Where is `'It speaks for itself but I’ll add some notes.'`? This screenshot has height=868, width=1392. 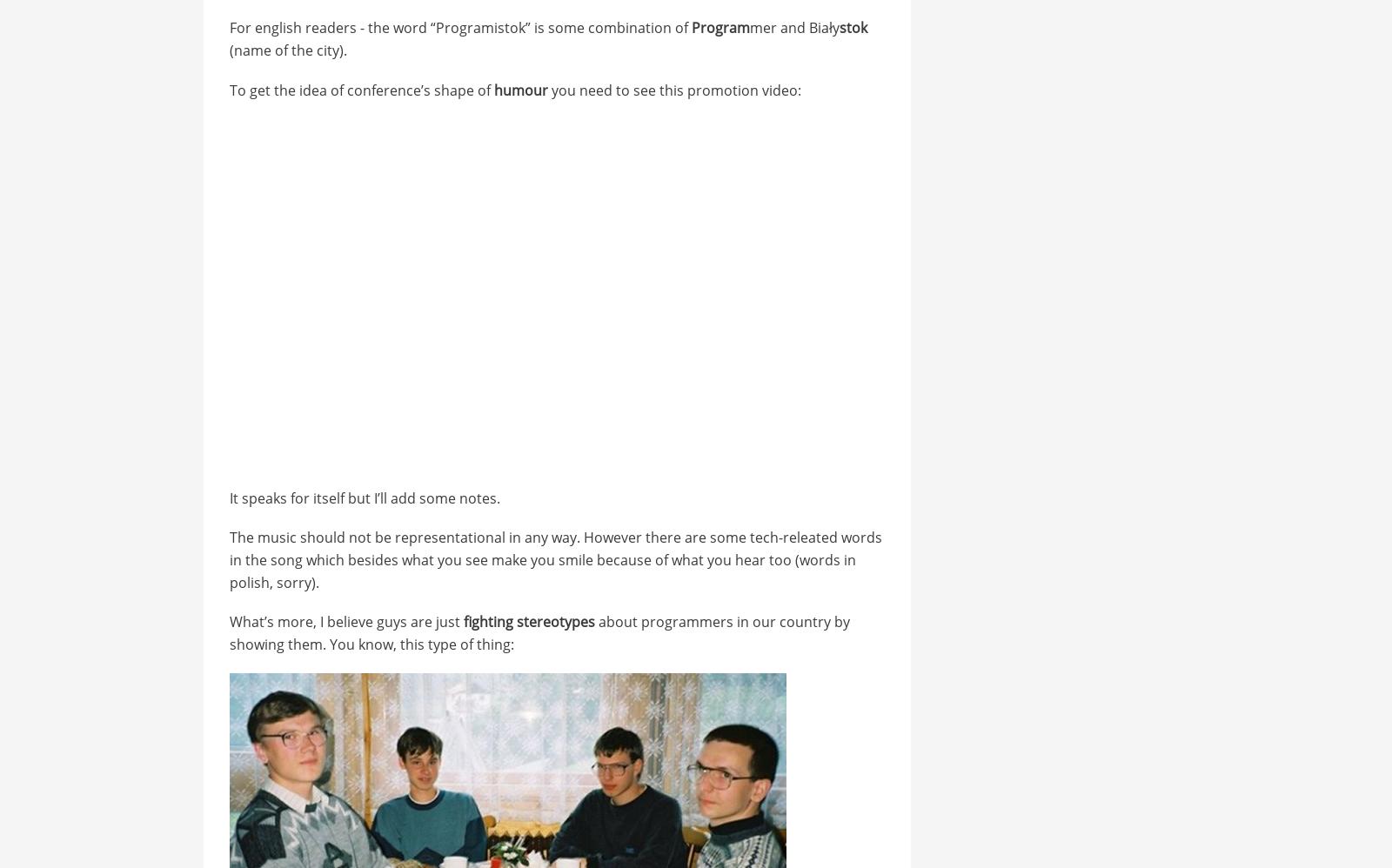 'It speaks for itself but I’ll add some notes.' is located at coordinates (363, 496).